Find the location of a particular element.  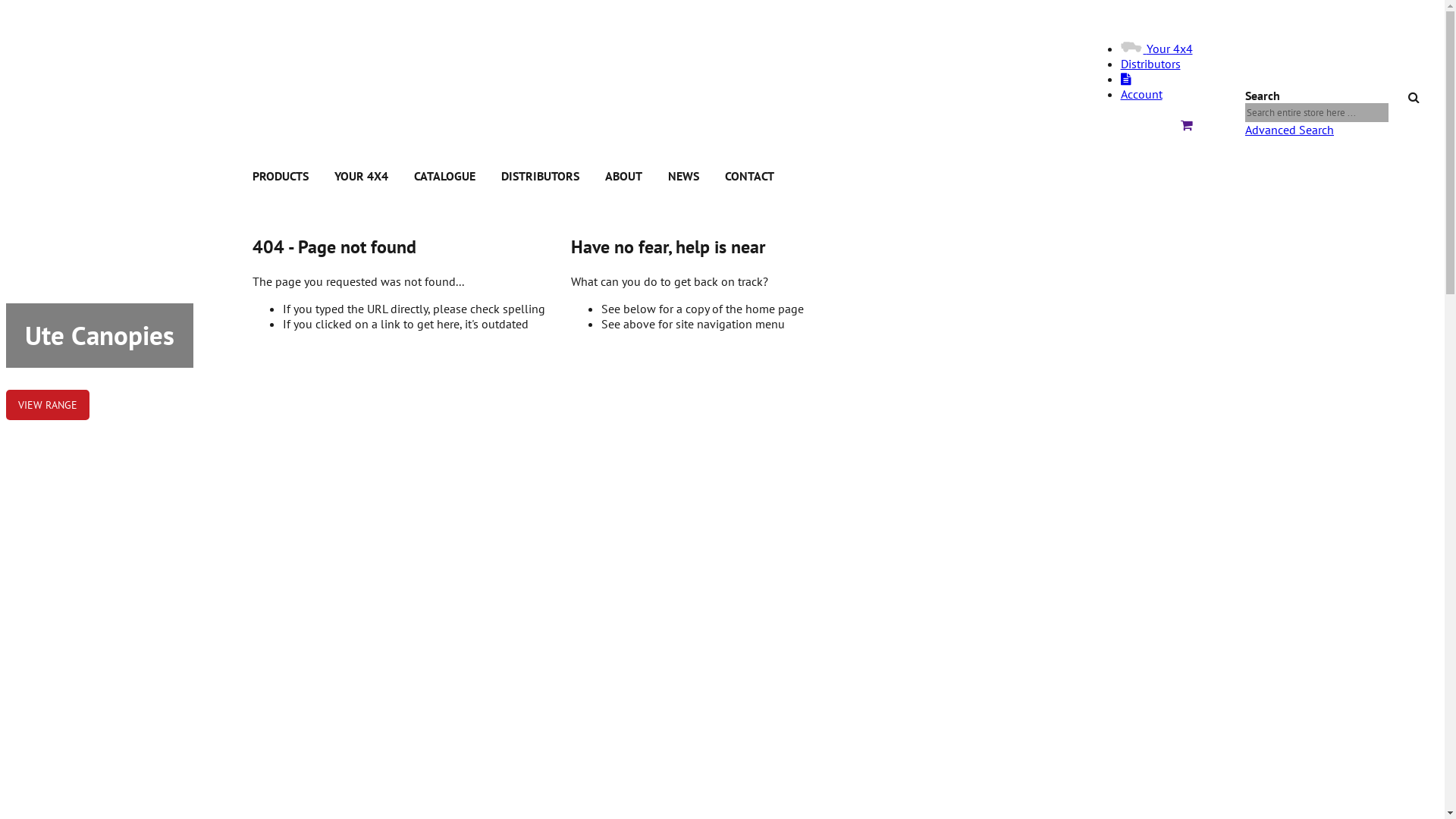

'Distributors' is located at coordinates (1150, 63).